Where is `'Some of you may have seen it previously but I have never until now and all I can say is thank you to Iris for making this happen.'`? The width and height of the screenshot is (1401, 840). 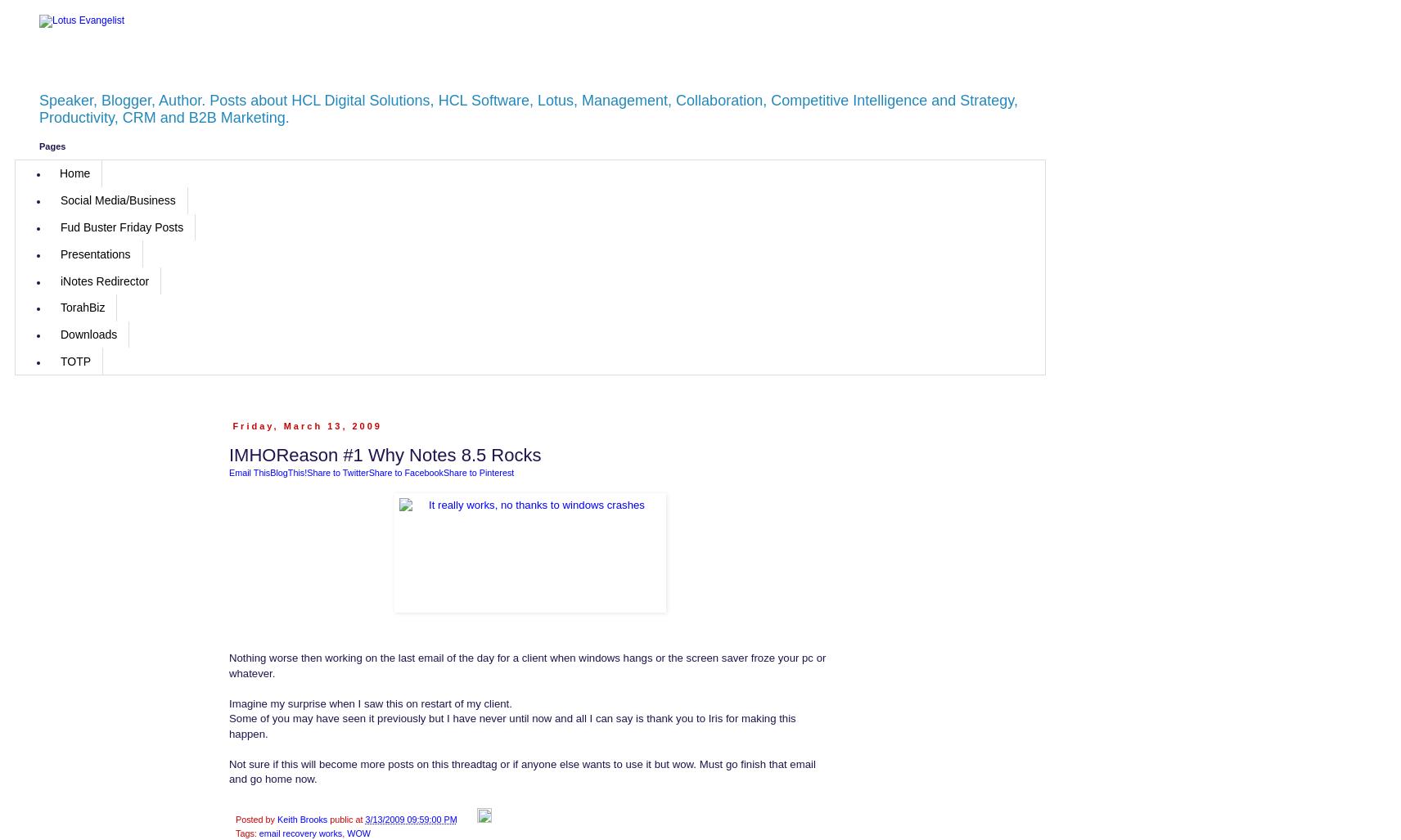
'Some of you may have seen it previously but I have never until now and all I can say is thank you to Iris for making this happen.' is located at coordinates (511, 725).